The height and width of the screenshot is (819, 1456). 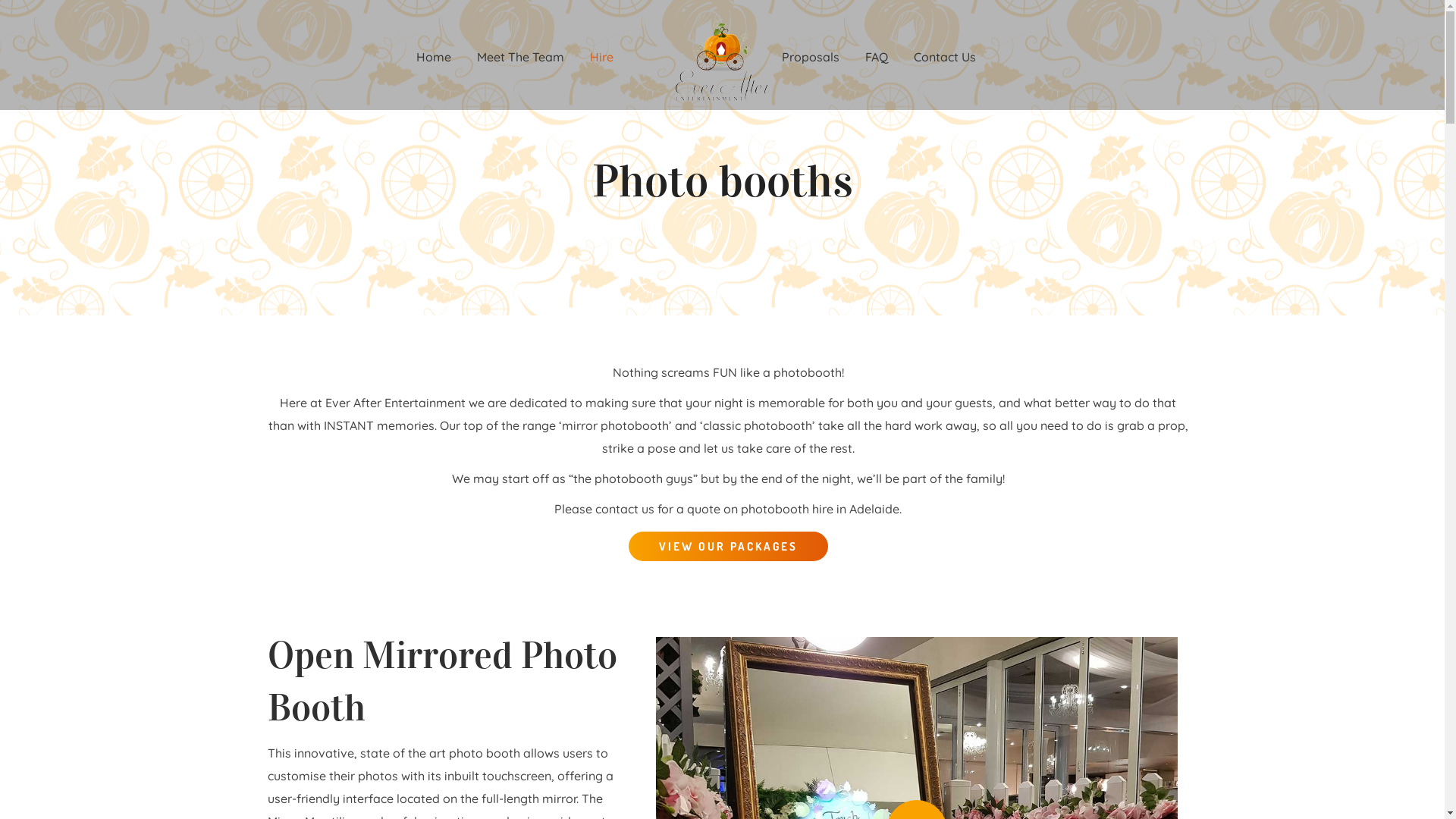 What do you see at coordinates (432, 55) in the screenshot?
I see `'Home'` at bounding box center [432, 55].